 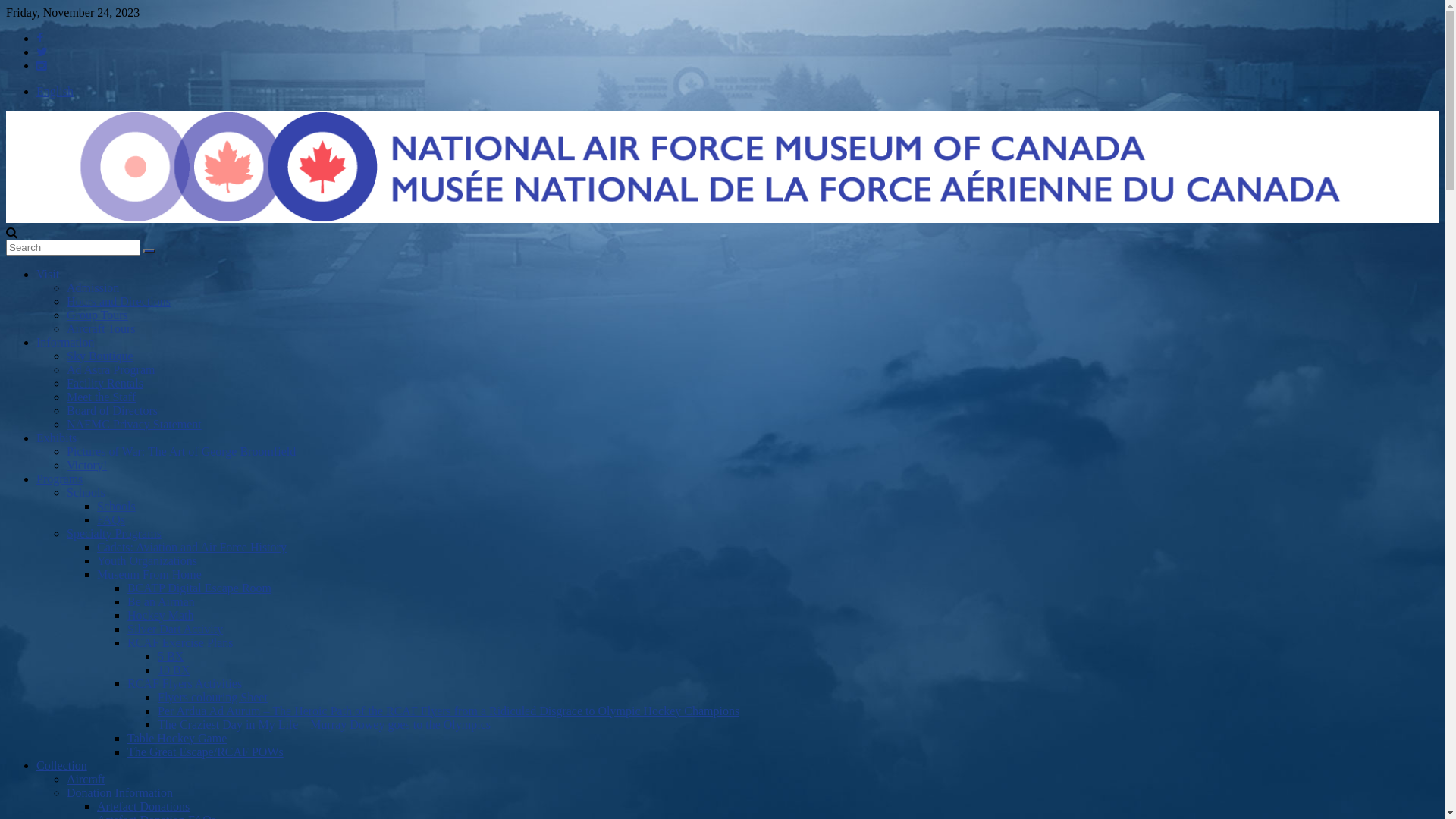 I want to click on '5 BX', so click(x=171, y=655).